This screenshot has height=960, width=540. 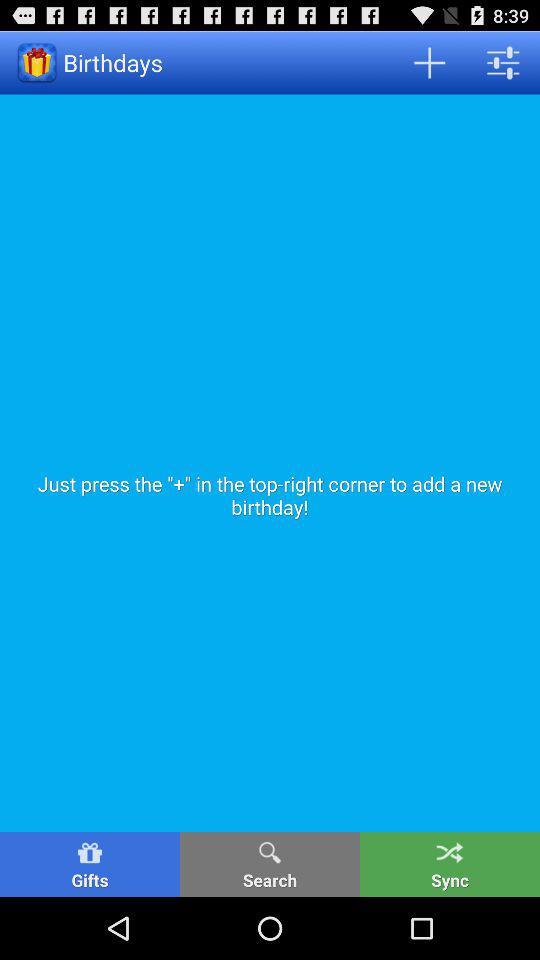 I want to click on gifts button, so click(x=89, y=863).